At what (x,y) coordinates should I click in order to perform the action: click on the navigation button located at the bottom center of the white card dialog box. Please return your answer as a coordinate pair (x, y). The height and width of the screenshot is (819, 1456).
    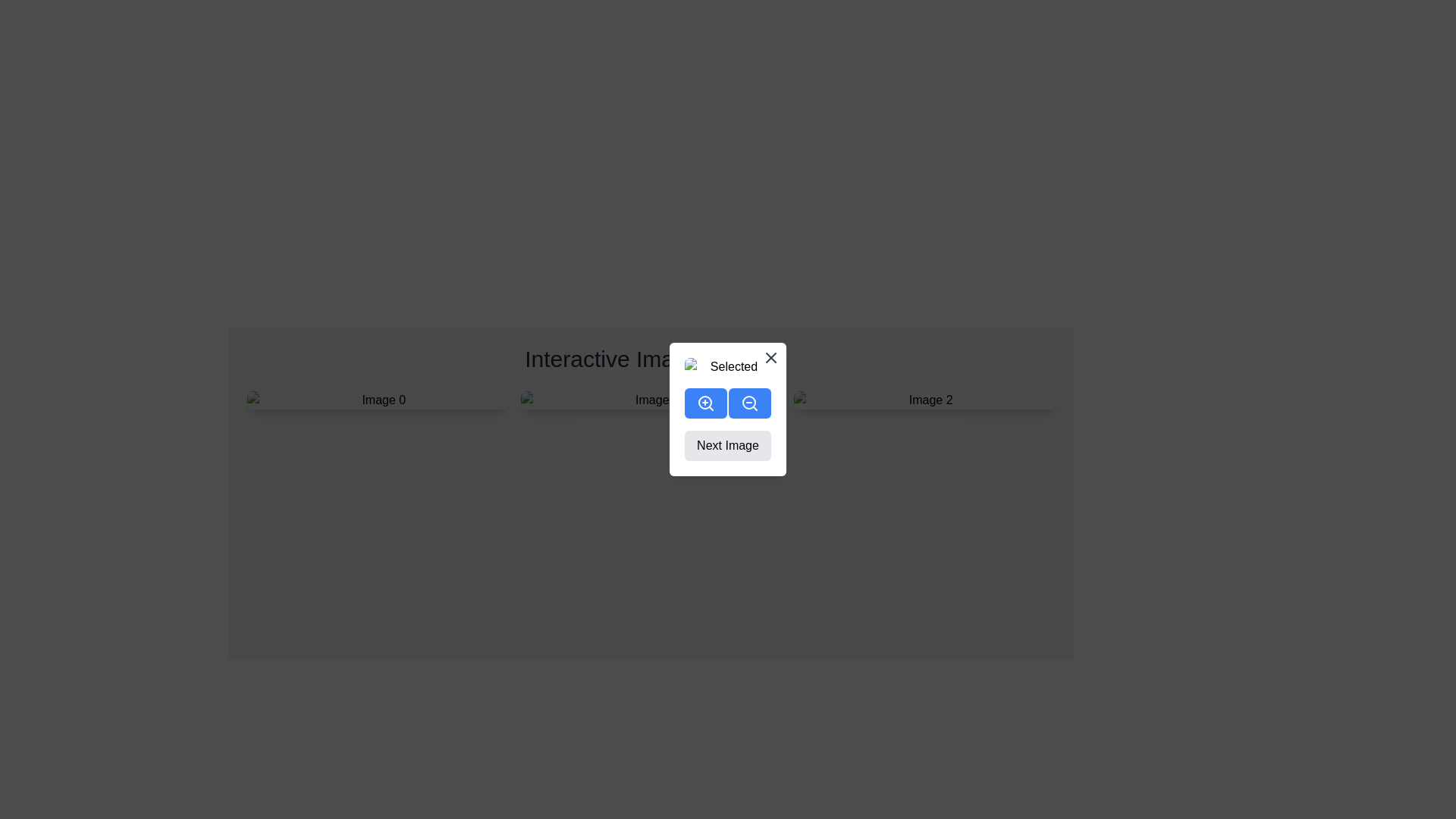
    Looking at the image, I should click on (728, 444).